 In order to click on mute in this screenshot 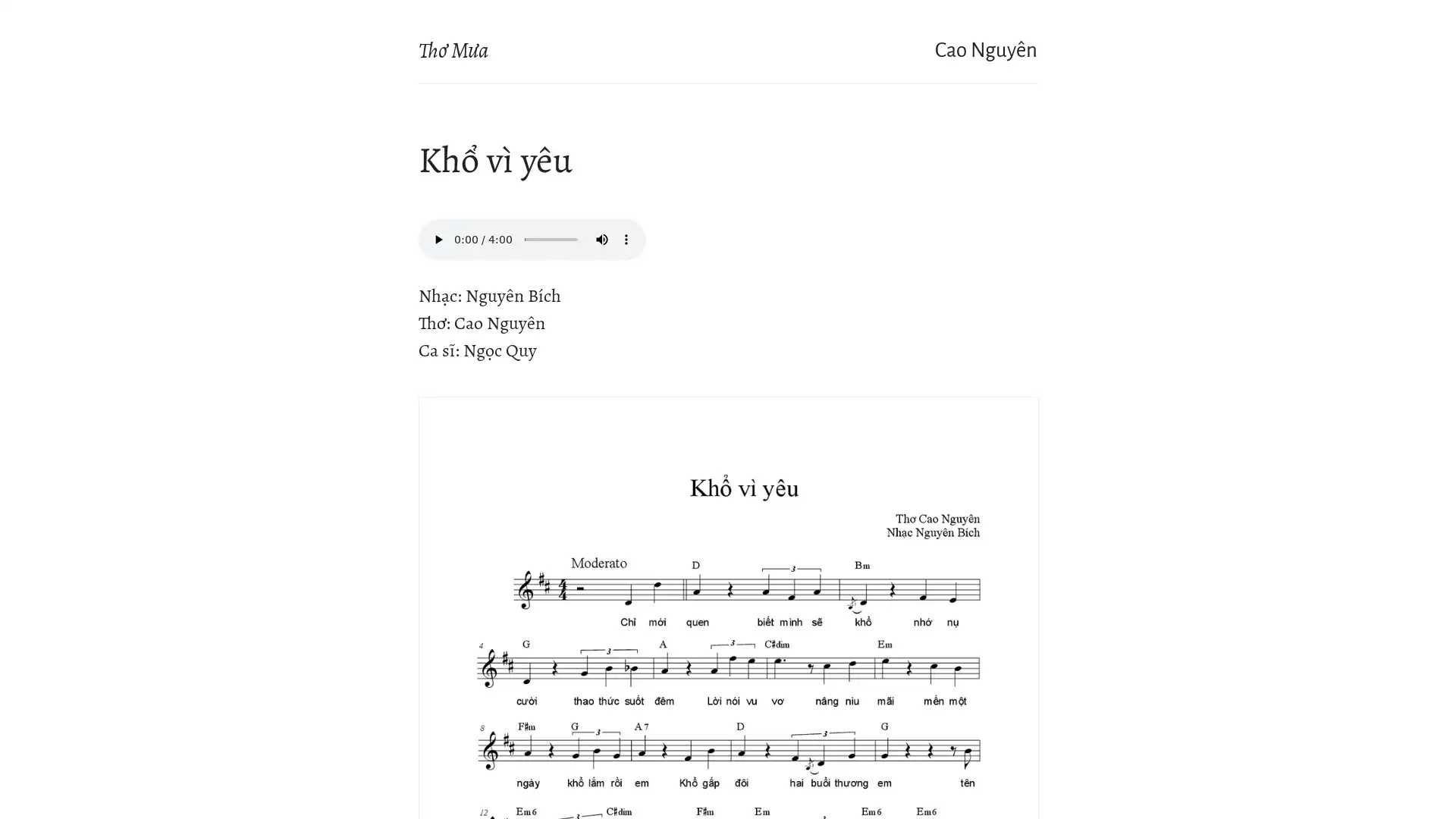, I will do `click(601, 239)`.